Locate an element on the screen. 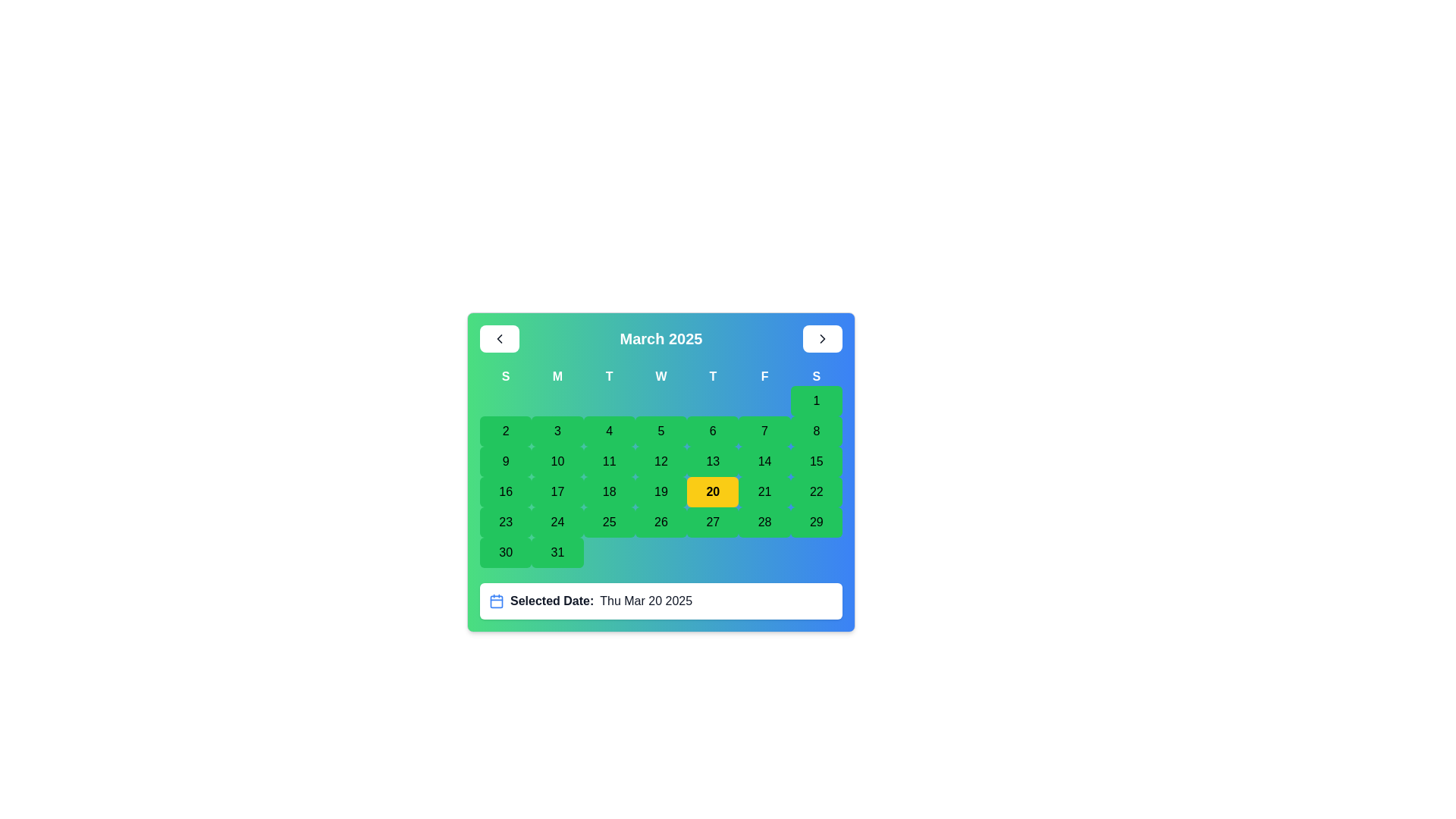  the Calendar date picker is located at coordinates (661, 472).